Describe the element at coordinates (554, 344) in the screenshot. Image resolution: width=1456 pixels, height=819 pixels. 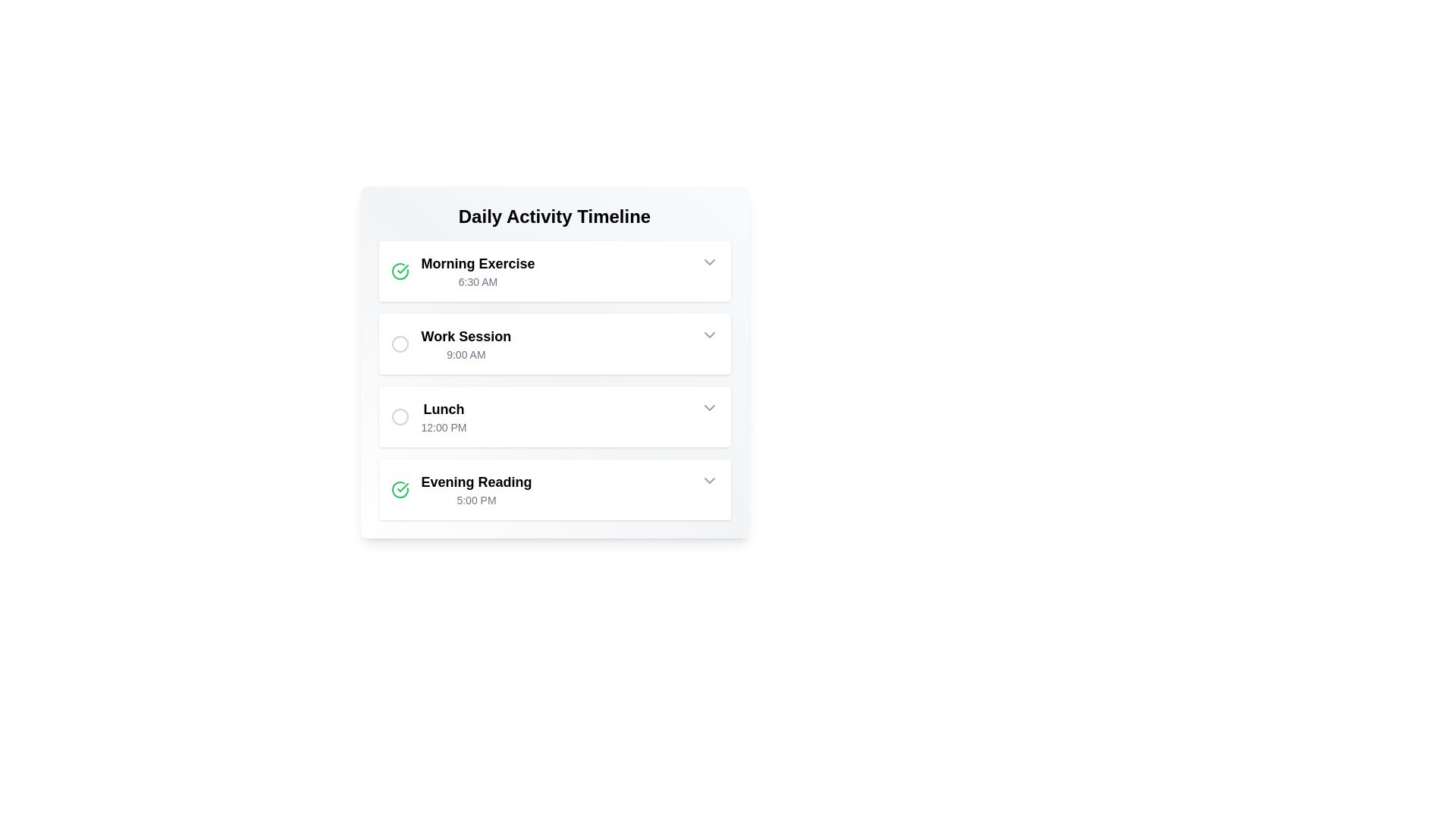
I see `the 'Work Session' card element, which is the second item in the 'Daily Activity Timeline' list` at that location.